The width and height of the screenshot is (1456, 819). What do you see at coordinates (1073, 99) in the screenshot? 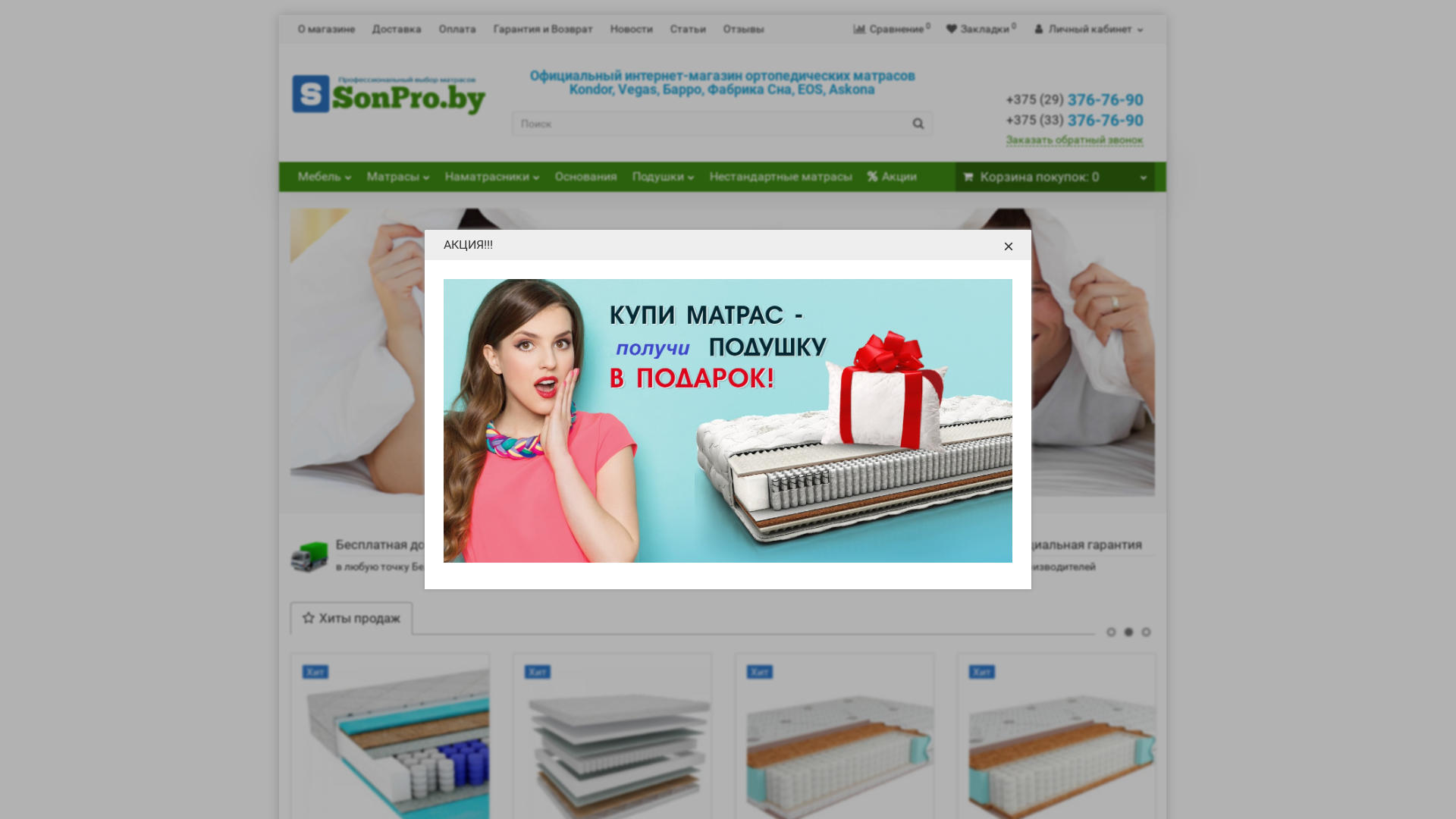
I see `'+375 (29) 376-76-90'` at bounding box center [1073, 99].